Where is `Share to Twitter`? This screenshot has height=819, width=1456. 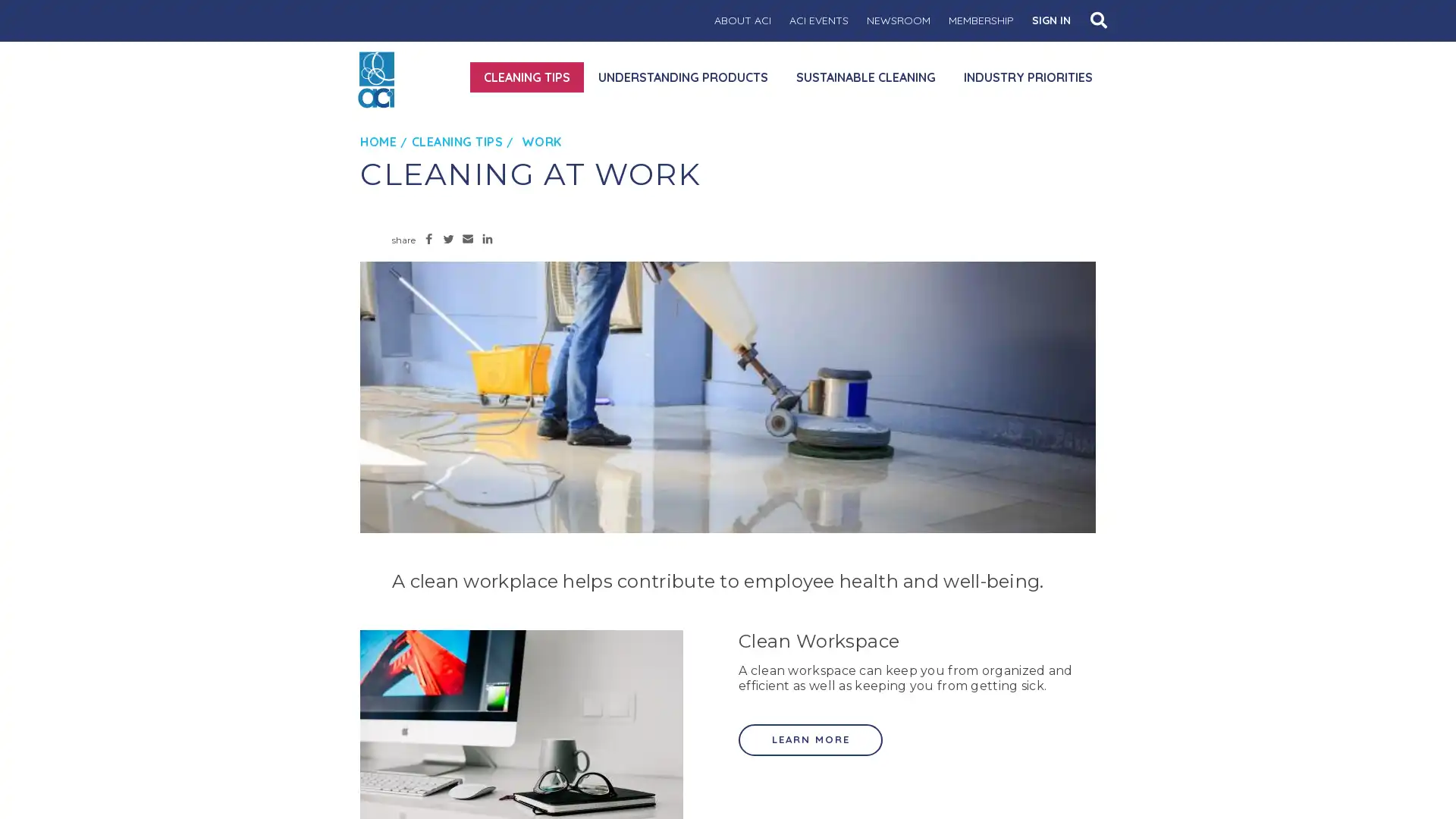 Share to Twitter is located at coordinates (446, 239).